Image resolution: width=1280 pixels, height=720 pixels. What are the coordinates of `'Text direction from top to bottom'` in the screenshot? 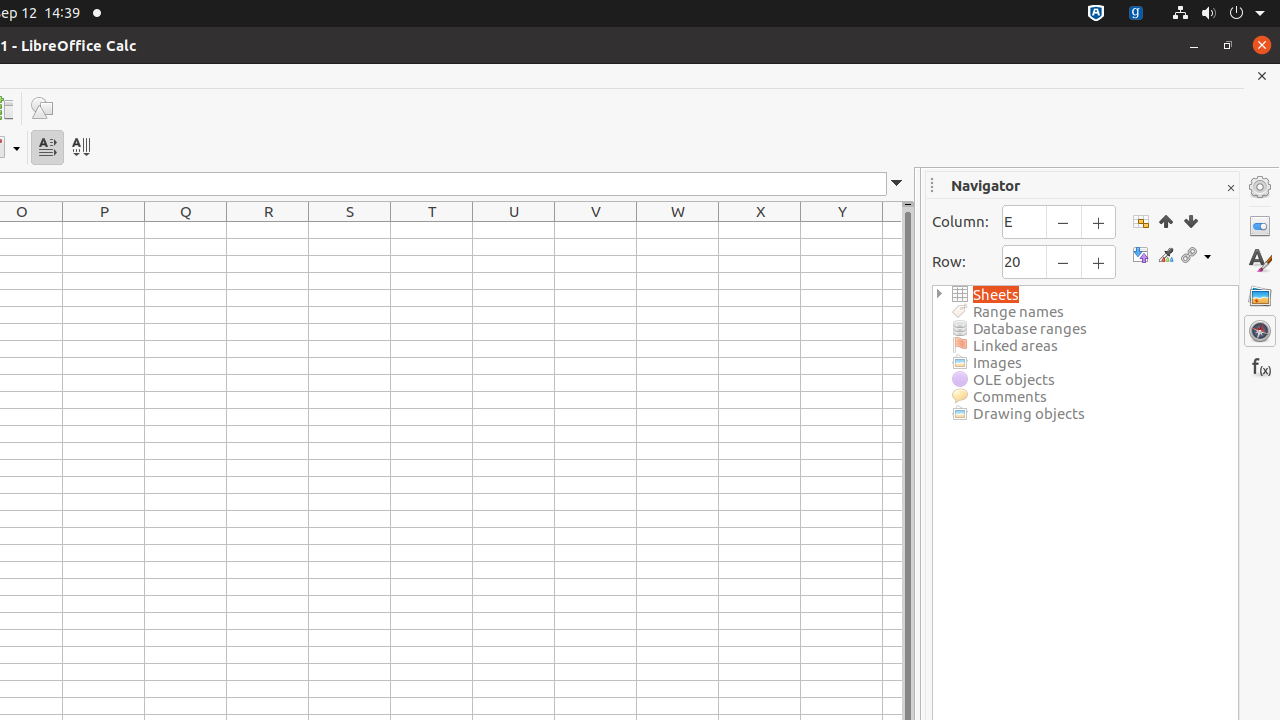 It's located at (80, 146).